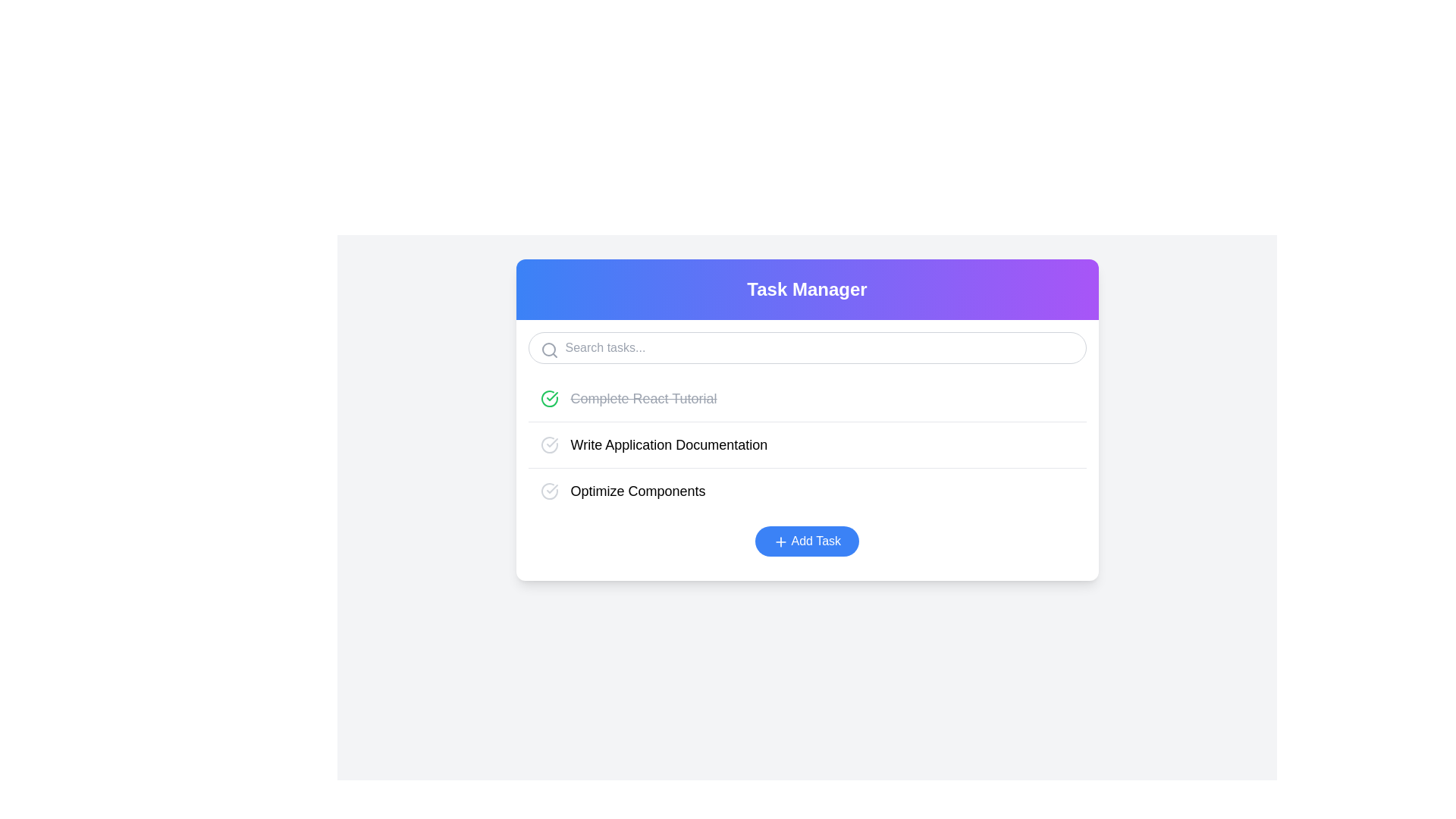  What do you see at coordinates (644, 397) in the screenshot?
I see `the text label displaying 'Complete React Tutorial' with a line-through styling, indicating it is completed` at bounding box center [644, 397].